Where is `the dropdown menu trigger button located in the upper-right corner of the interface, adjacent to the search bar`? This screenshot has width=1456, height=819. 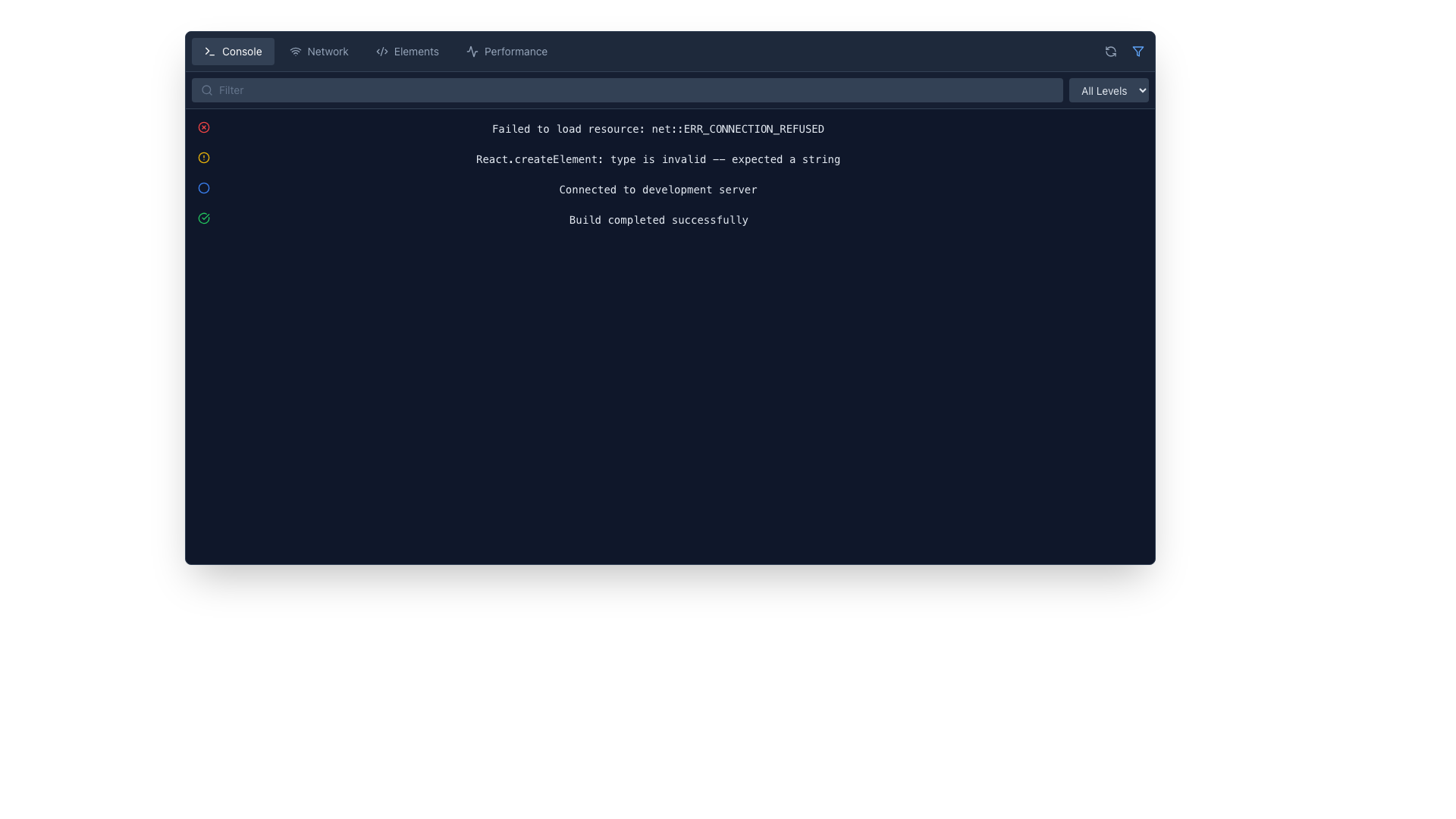 the dropdown menu trigger button located in the upper-right corner of the interface, adjacent to the search bar is located at coordinates (1109, 90).